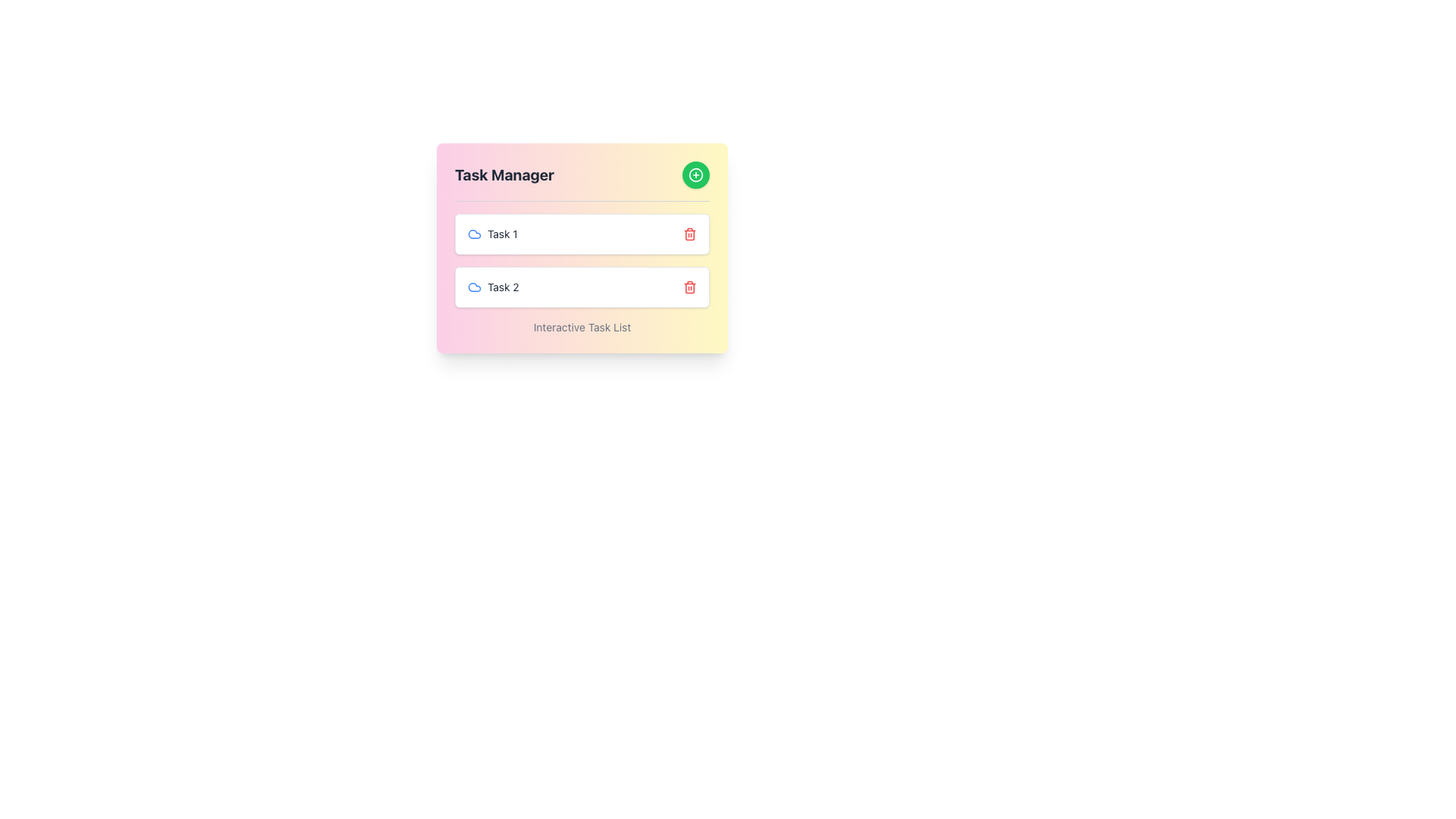  Describe the element at coordinates (493, 287) in the screenshot. I see `text label of the second task item in the task management interface, which is located directly below 'Task 1' and to the right of a blue cloud icon` at that location.